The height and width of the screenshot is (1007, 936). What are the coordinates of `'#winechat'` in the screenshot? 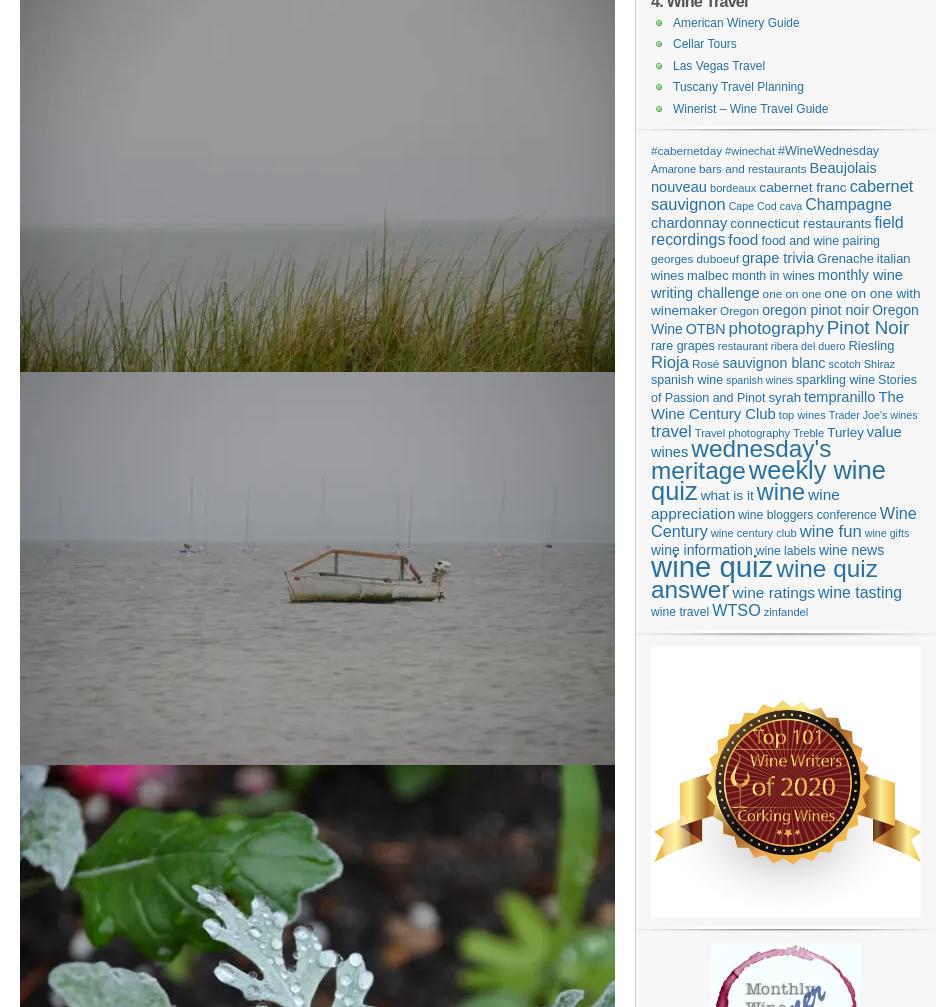 It's located at (750, 151).